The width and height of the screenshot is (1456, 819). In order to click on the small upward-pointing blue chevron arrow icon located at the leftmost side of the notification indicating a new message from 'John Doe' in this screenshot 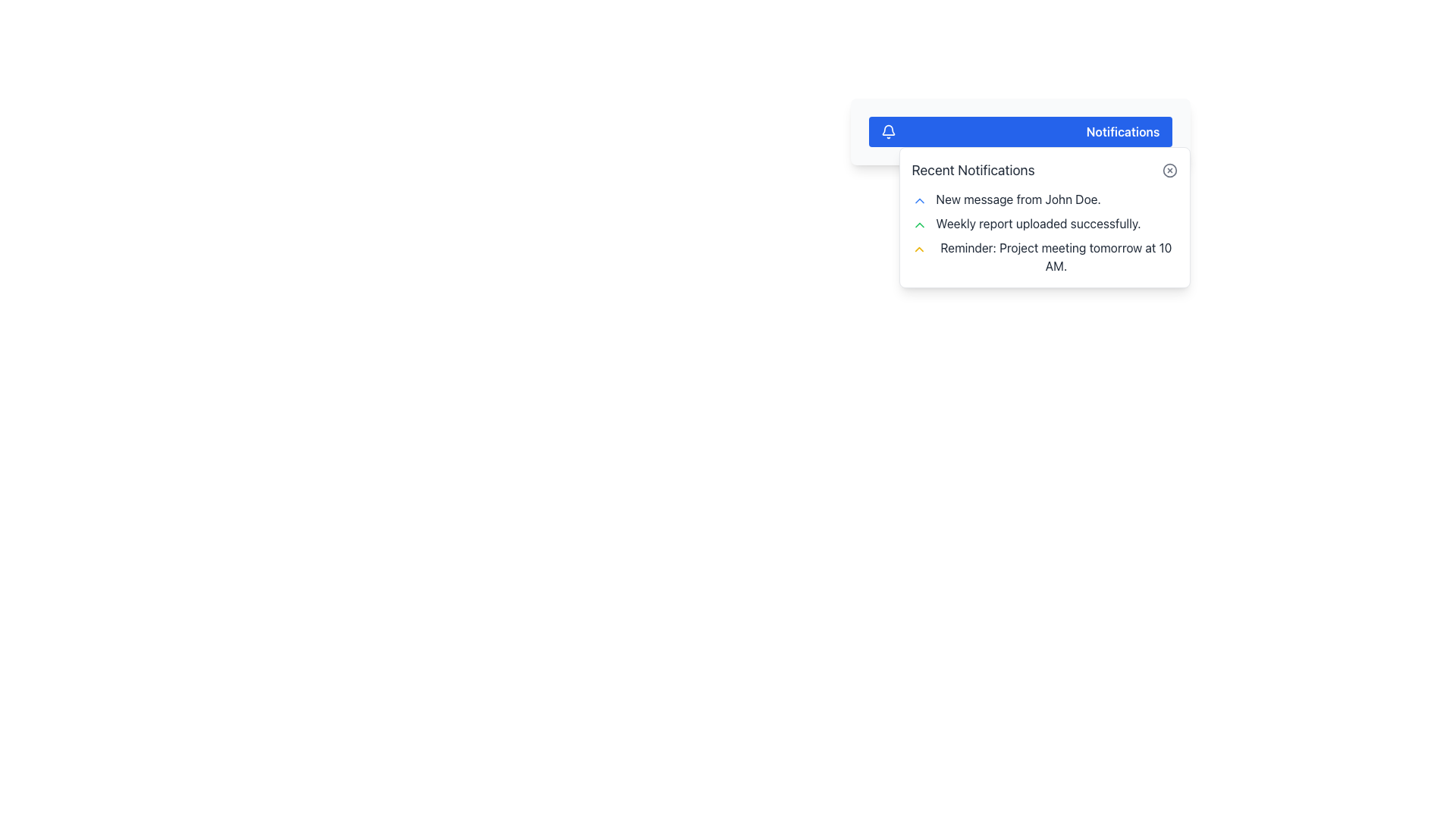, I will do `click(918, 200)`.